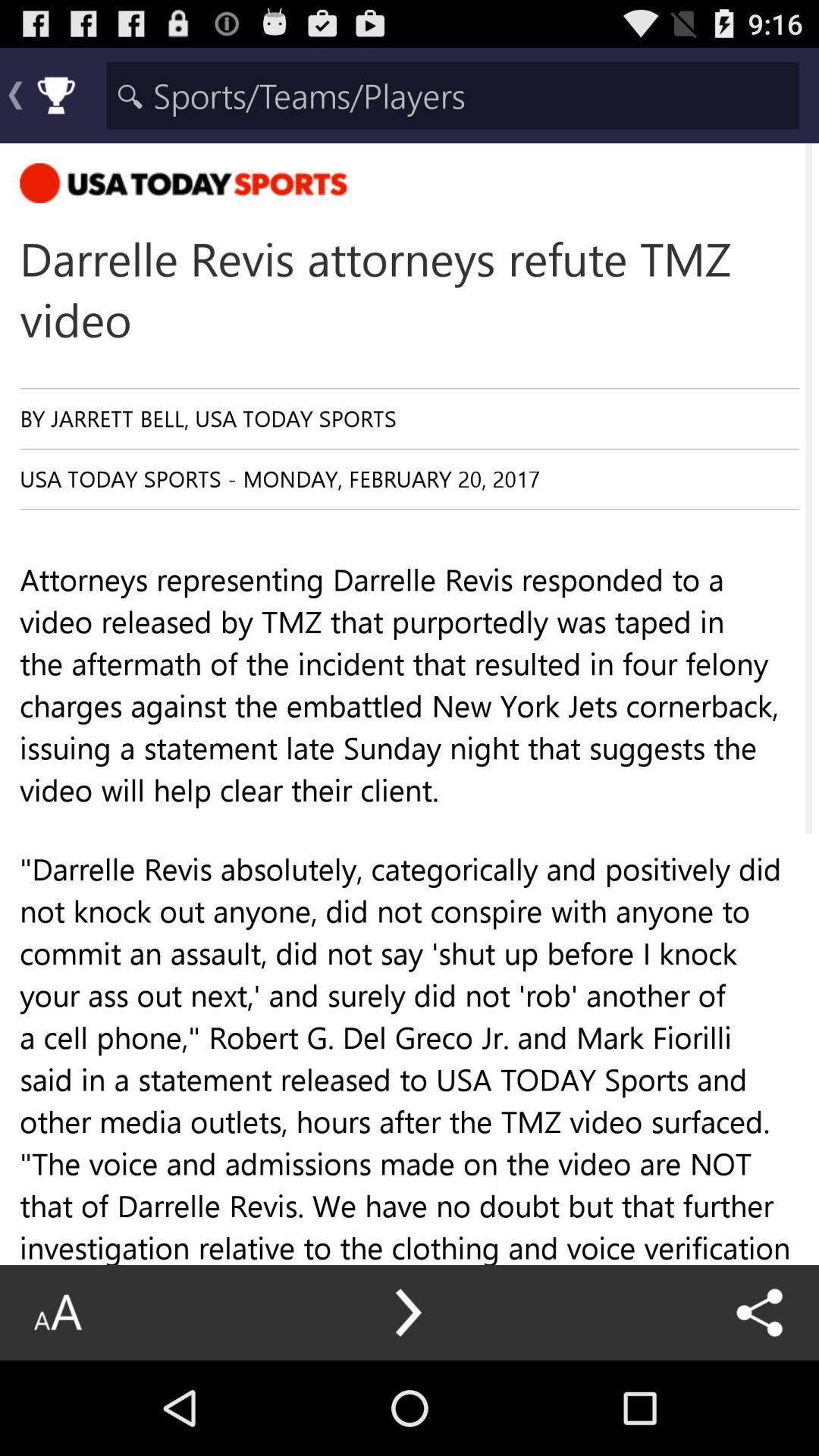 The image size is (819, 1456). What do you see at coordinates (452, 94) in the screenshot?
I see `search input` at bounding box center [452, 94].